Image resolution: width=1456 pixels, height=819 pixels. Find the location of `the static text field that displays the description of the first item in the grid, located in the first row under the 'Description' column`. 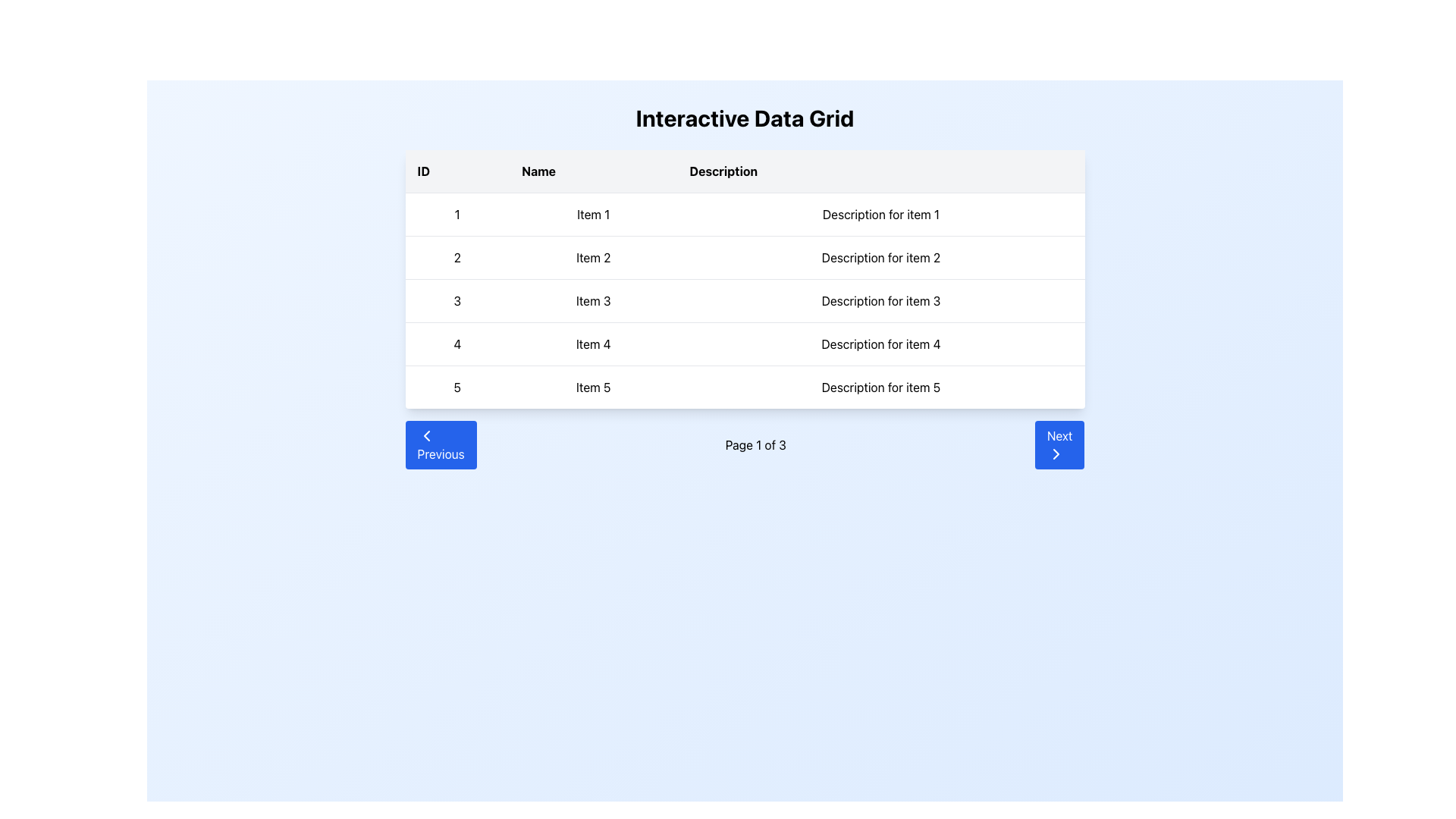

the static text field that displays the description of the first item in the grid, located in the first row under the 'Description' column is located at coordinates (880, 214).